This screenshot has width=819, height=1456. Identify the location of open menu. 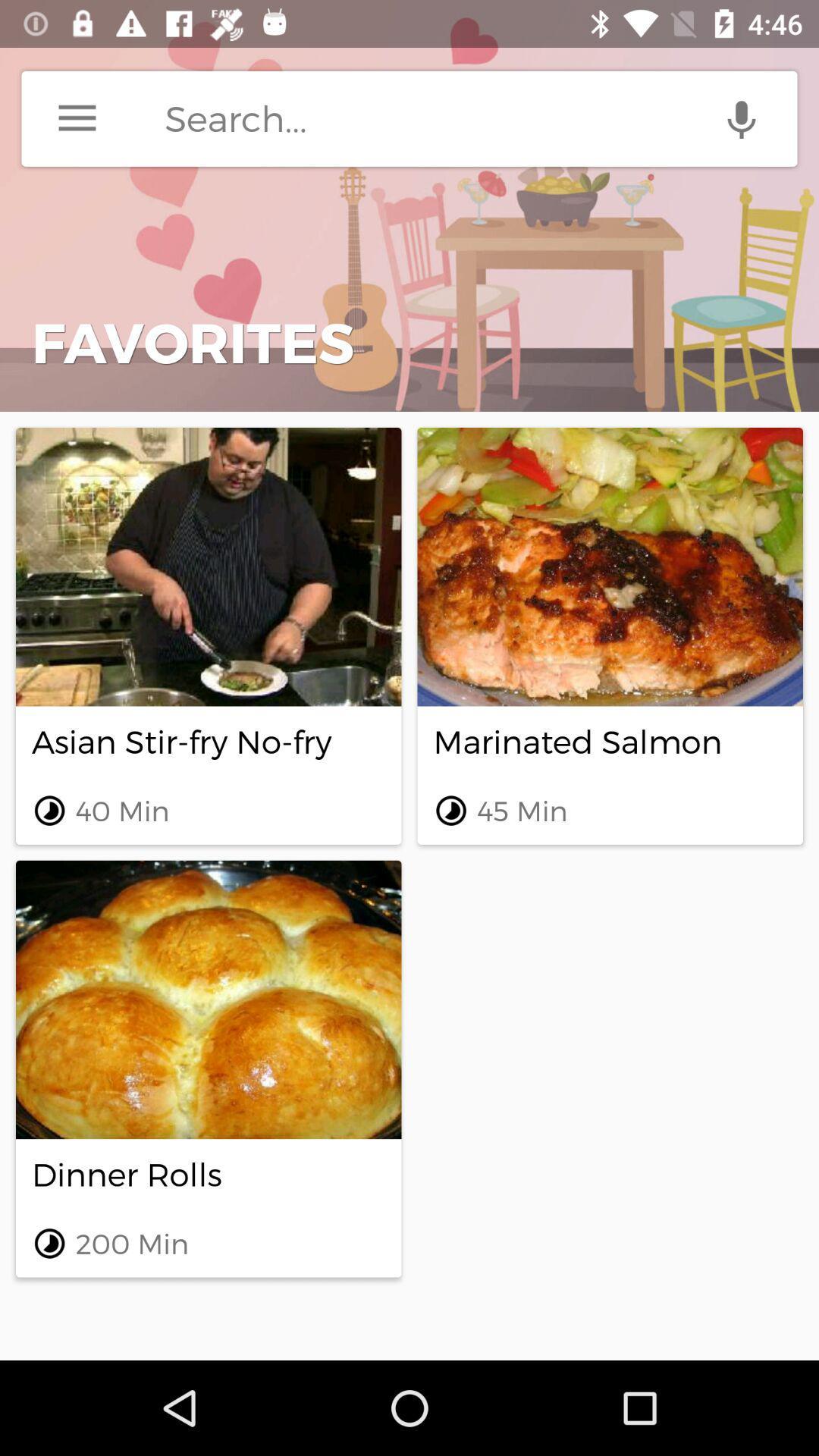
(77, 118).